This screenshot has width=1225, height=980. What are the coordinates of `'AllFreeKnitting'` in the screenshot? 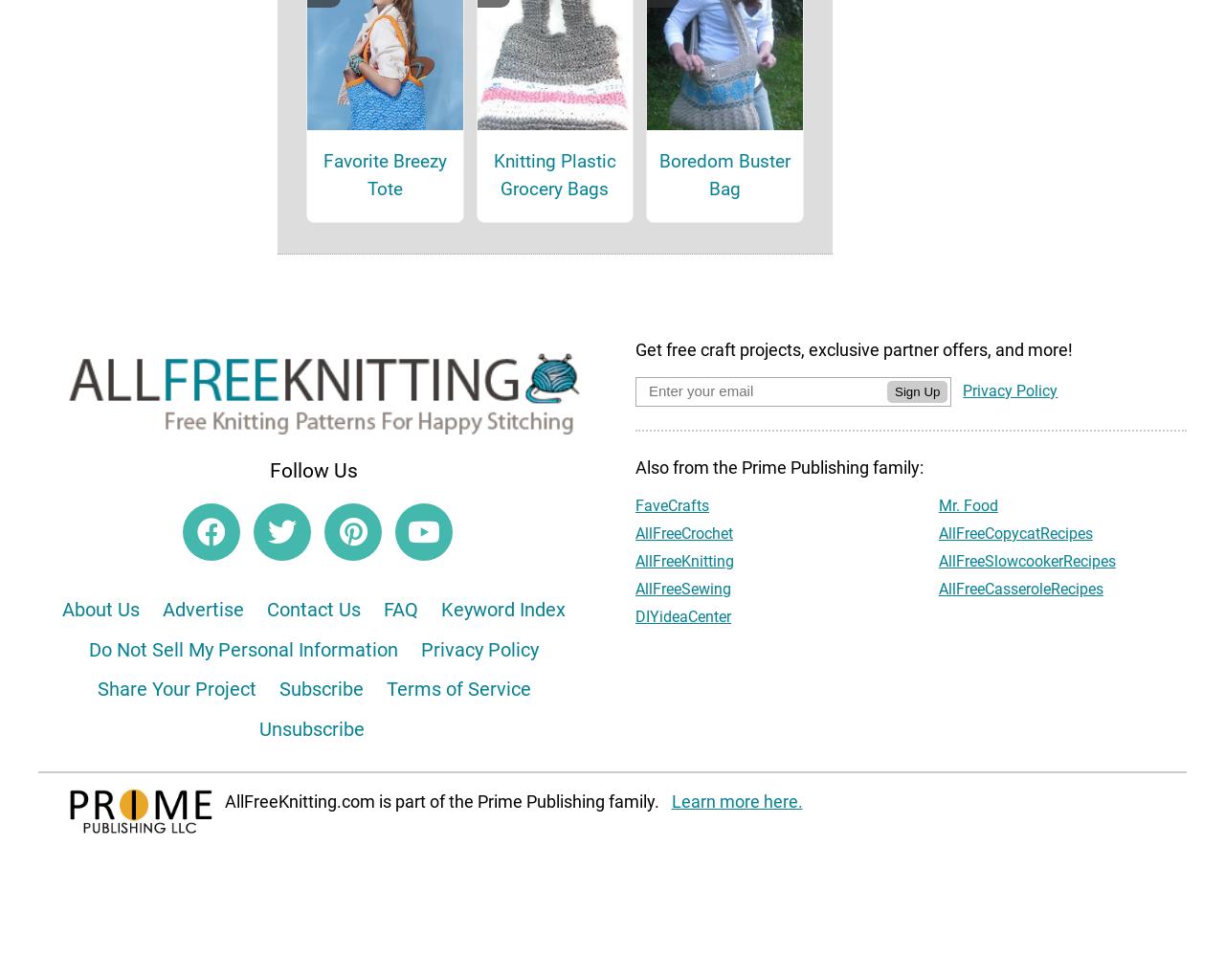 It's located at (684, 587).